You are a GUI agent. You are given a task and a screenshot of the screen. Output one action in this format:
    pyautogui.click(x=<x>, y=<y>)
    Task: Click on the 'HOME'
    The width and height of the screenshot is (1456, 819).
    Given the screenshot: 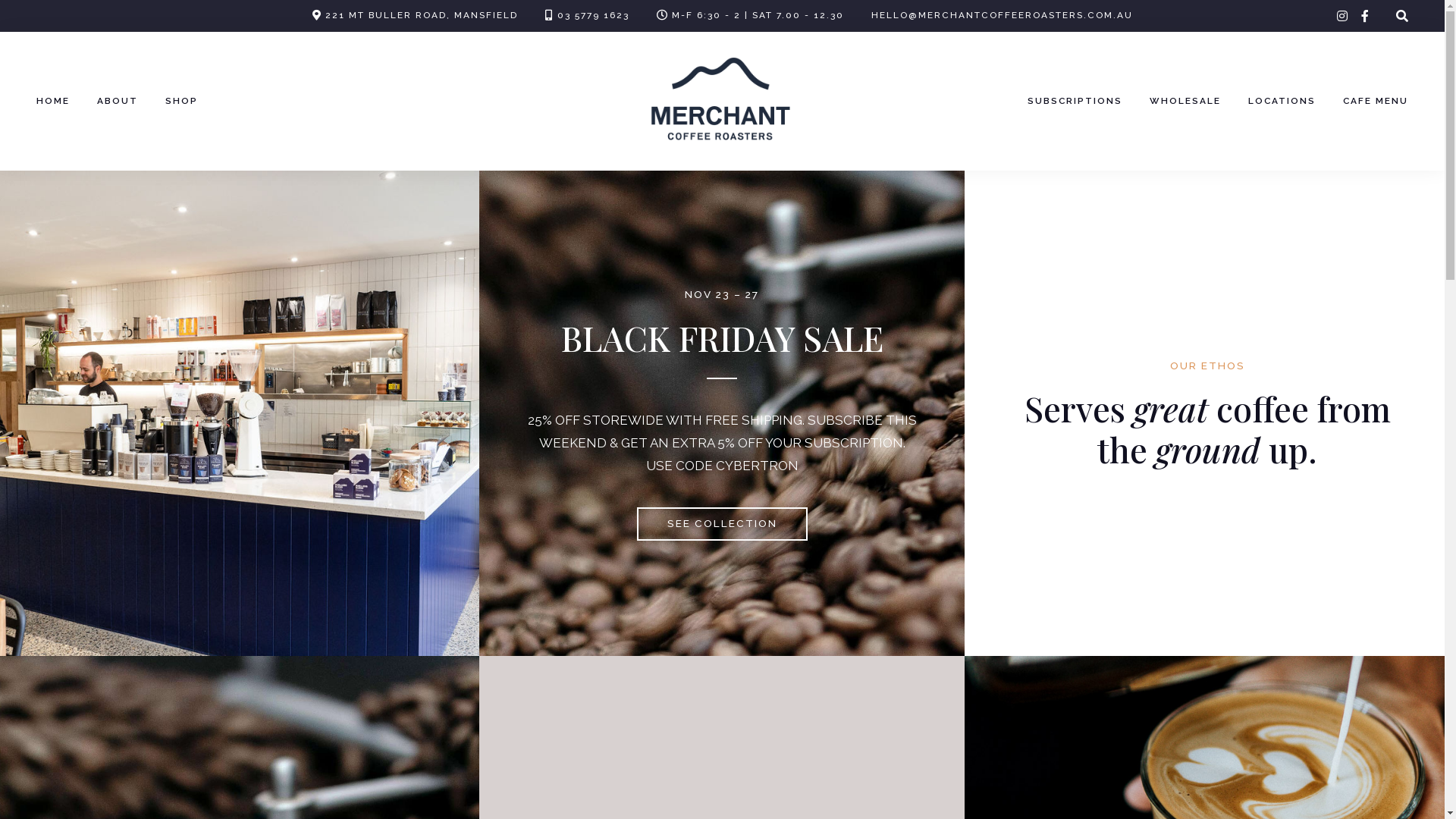 What is the action you would take?
    pyautogui.click(x=36, y=102)
    